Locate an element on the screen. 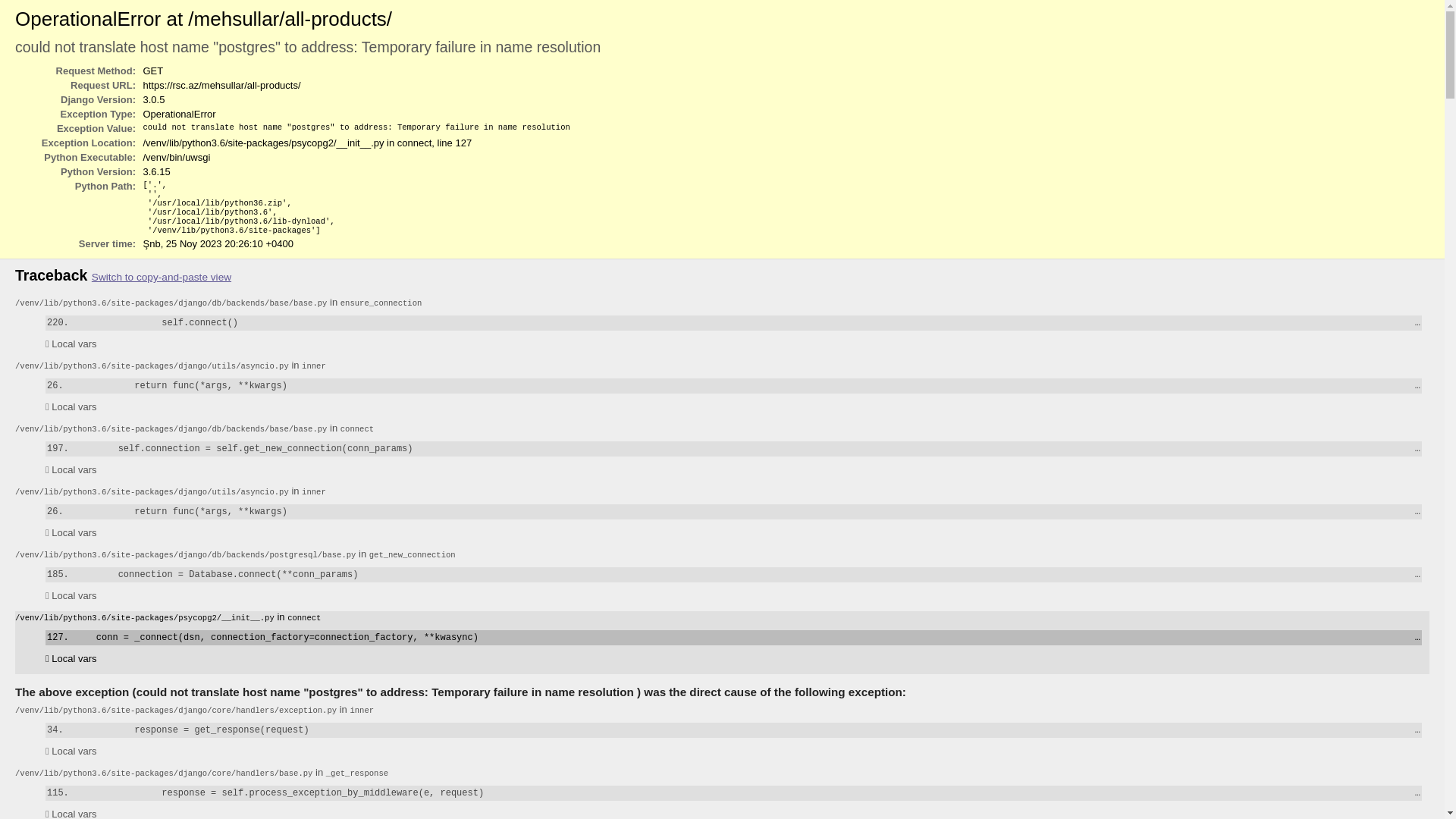  'Switch to copy-and-paste view' is located at coordinates (161, 277).